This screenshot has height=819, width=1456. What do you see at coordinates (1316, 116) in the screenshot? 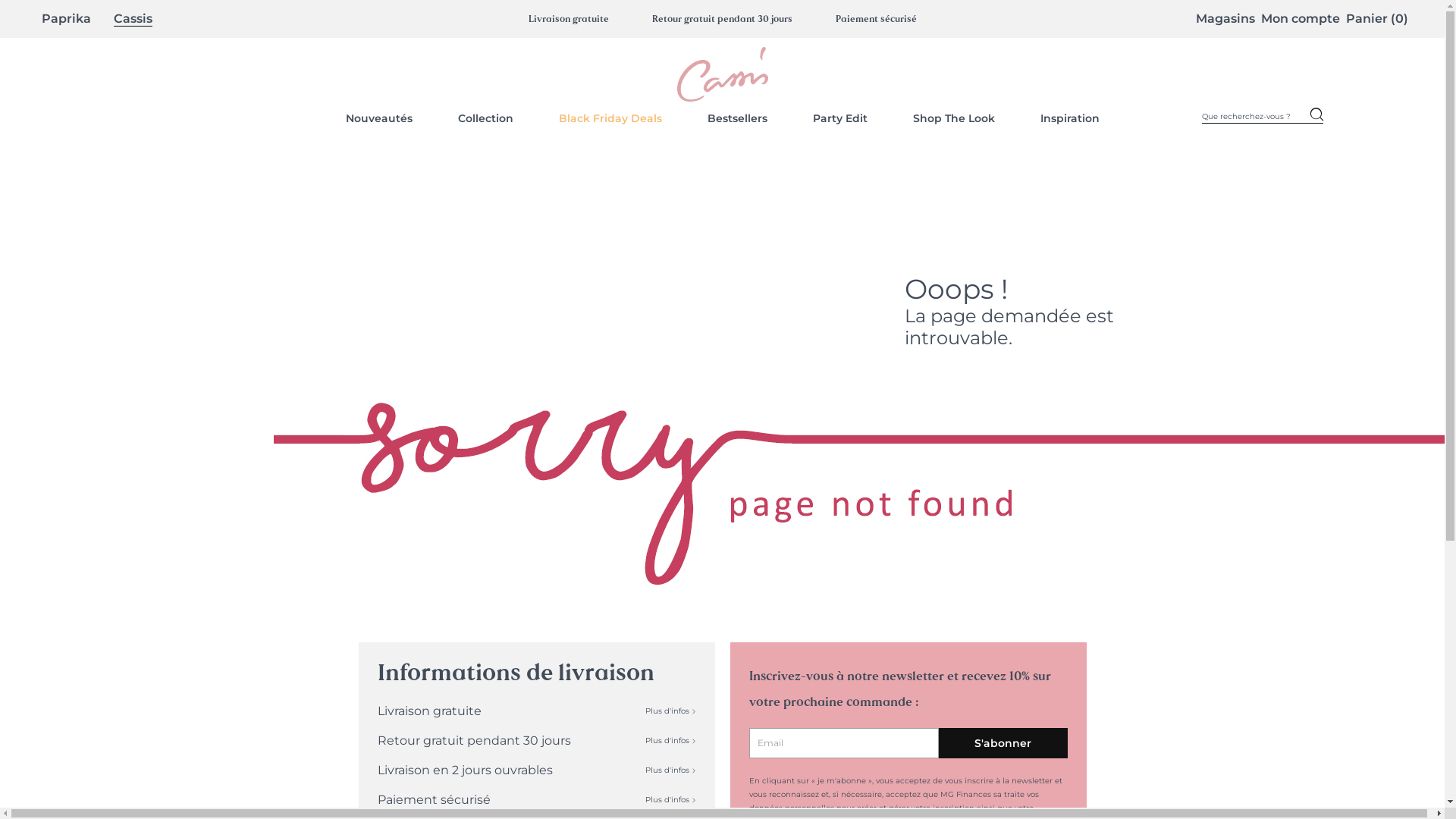
I see `'RECHERCHER'` at bounding box center [1316, 116].